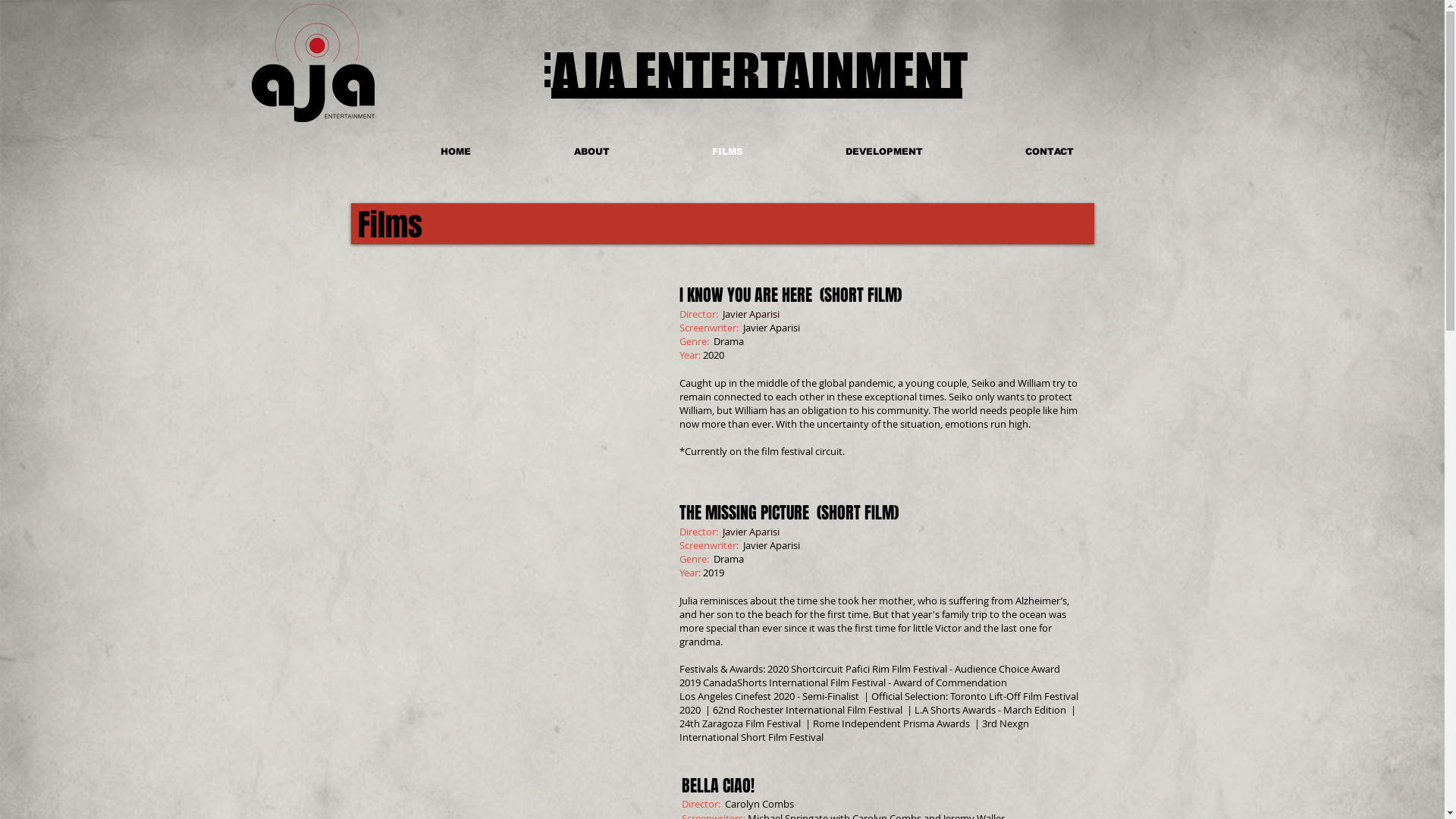 This screenshot has height=819, width=1456. Describe the element at coordinates (760, 73) in the screenshot. I see `'AJA ENTERTAINMENT'` at that location.